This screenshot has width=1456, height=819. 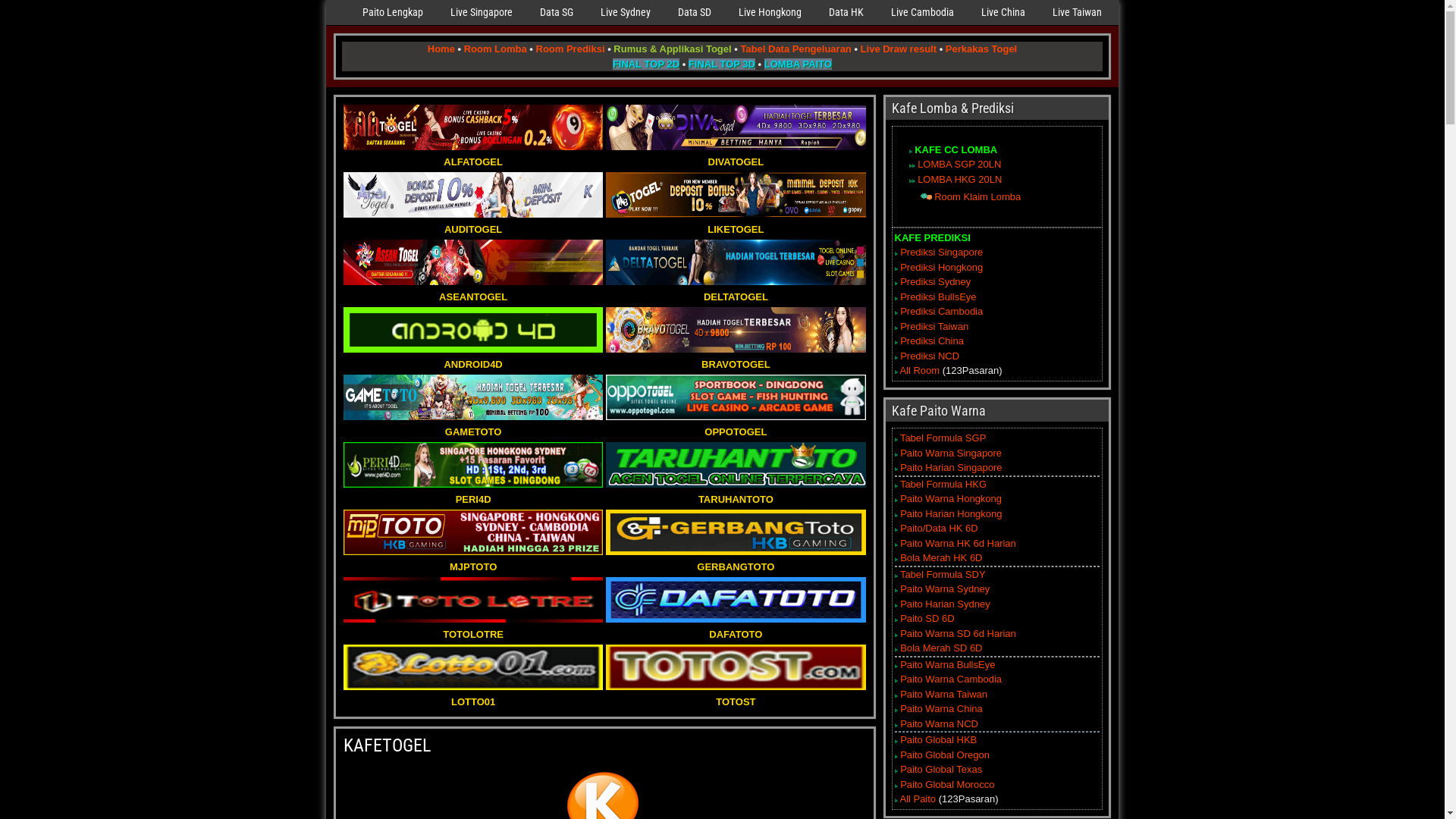 What do you see at coordinates (940, 266) in the screenshot?
I see `'Prediksi Hongkong'` at bounding box center [940, 266].